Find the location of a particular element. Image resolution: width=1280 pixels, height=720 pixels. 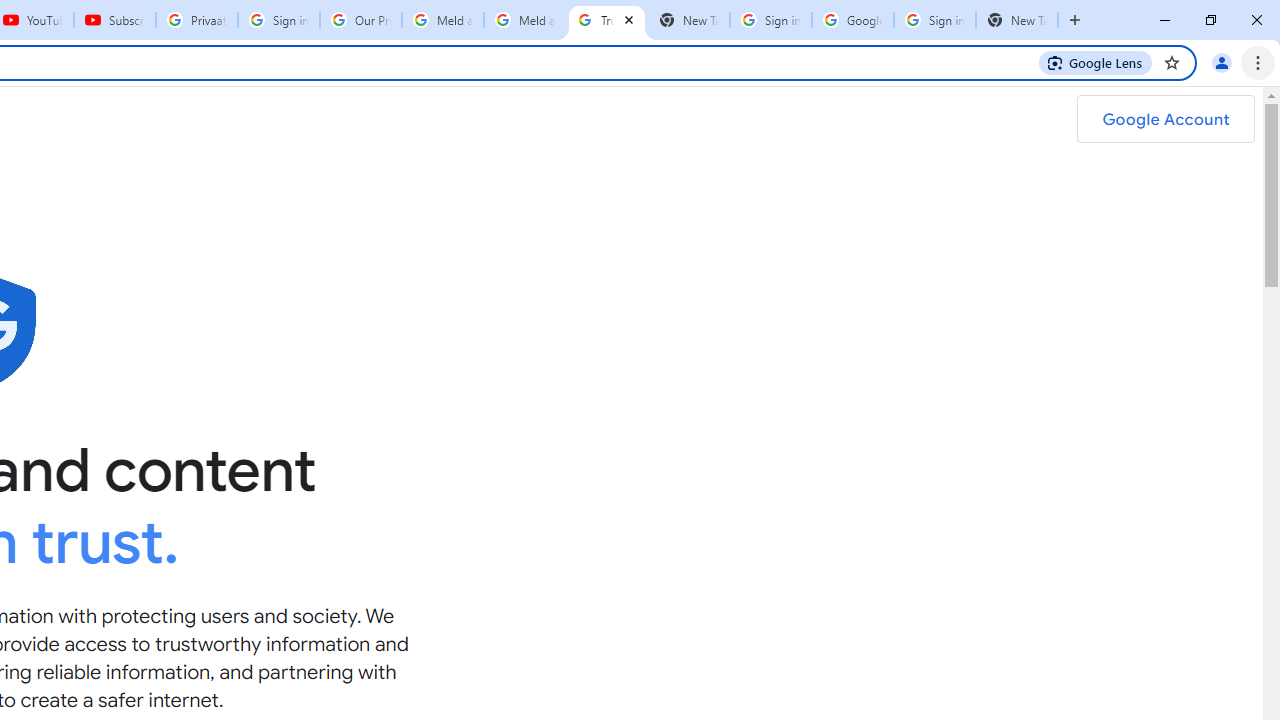

'Sign in - Google Accounts' is located at coordinates (934, 20).